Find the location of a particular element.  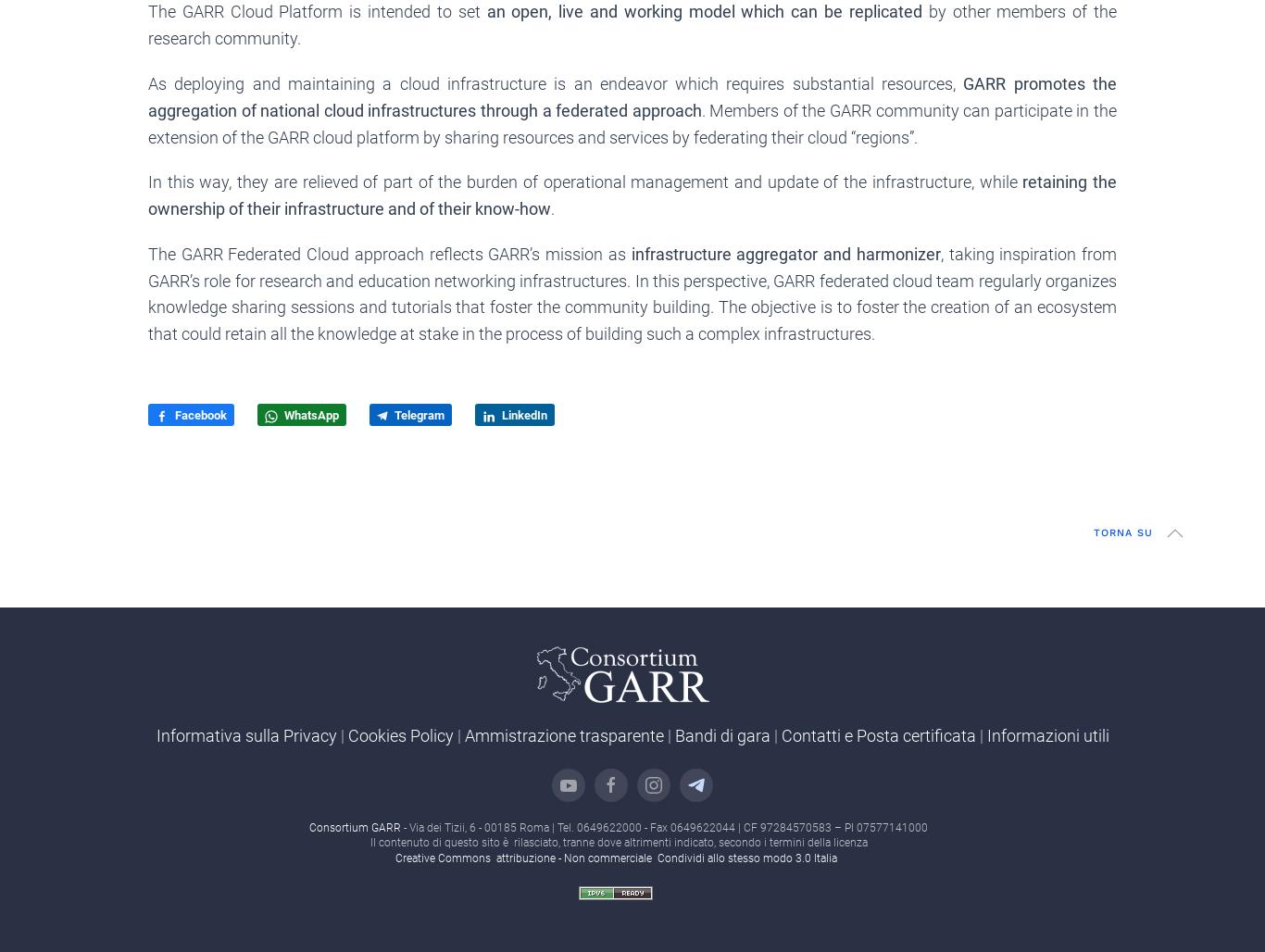

'Bandi di gara' is located at coordinates (673, 734).